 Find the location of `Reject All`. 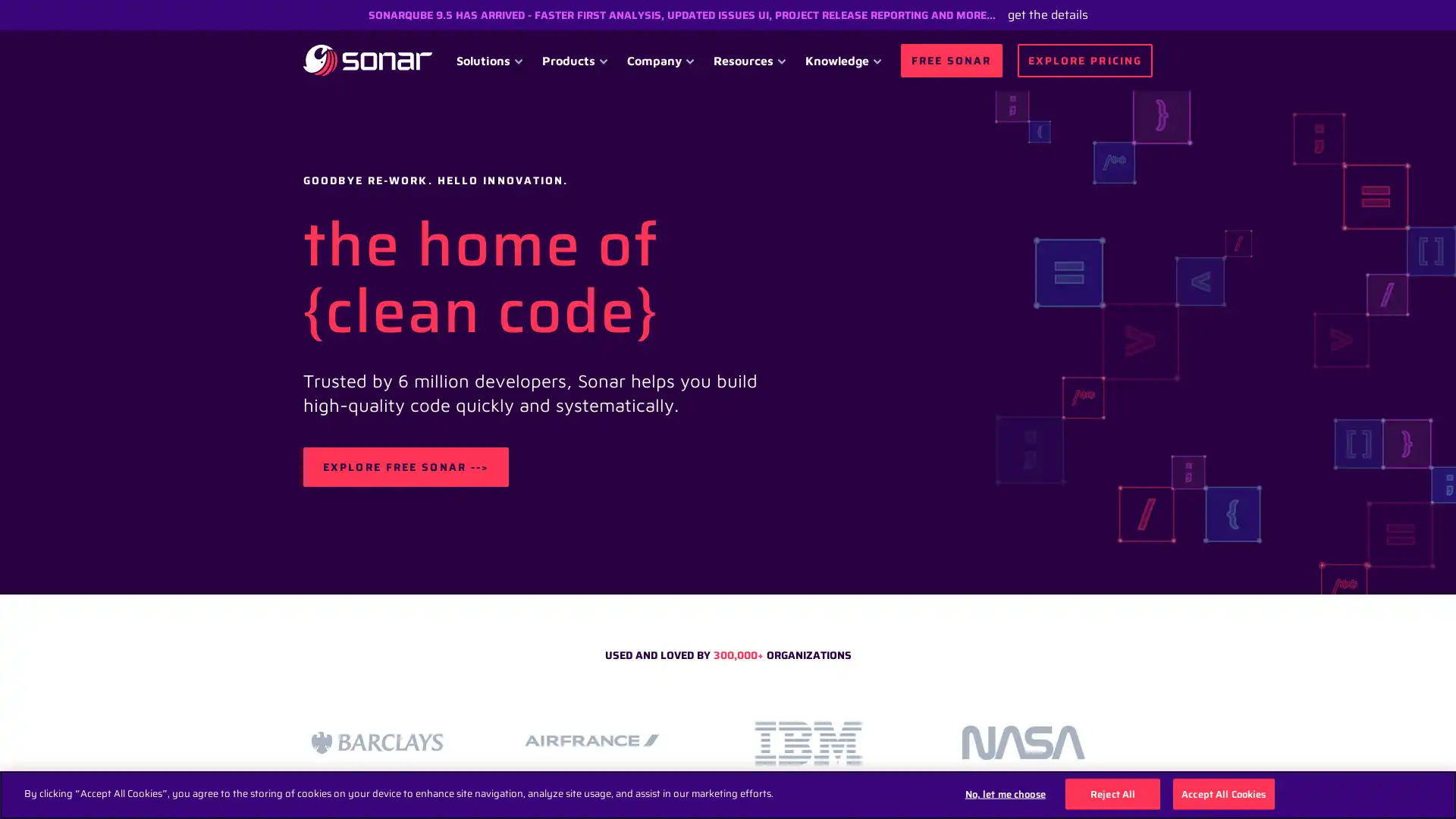

Reject All is located at coordinates (1112, 792).